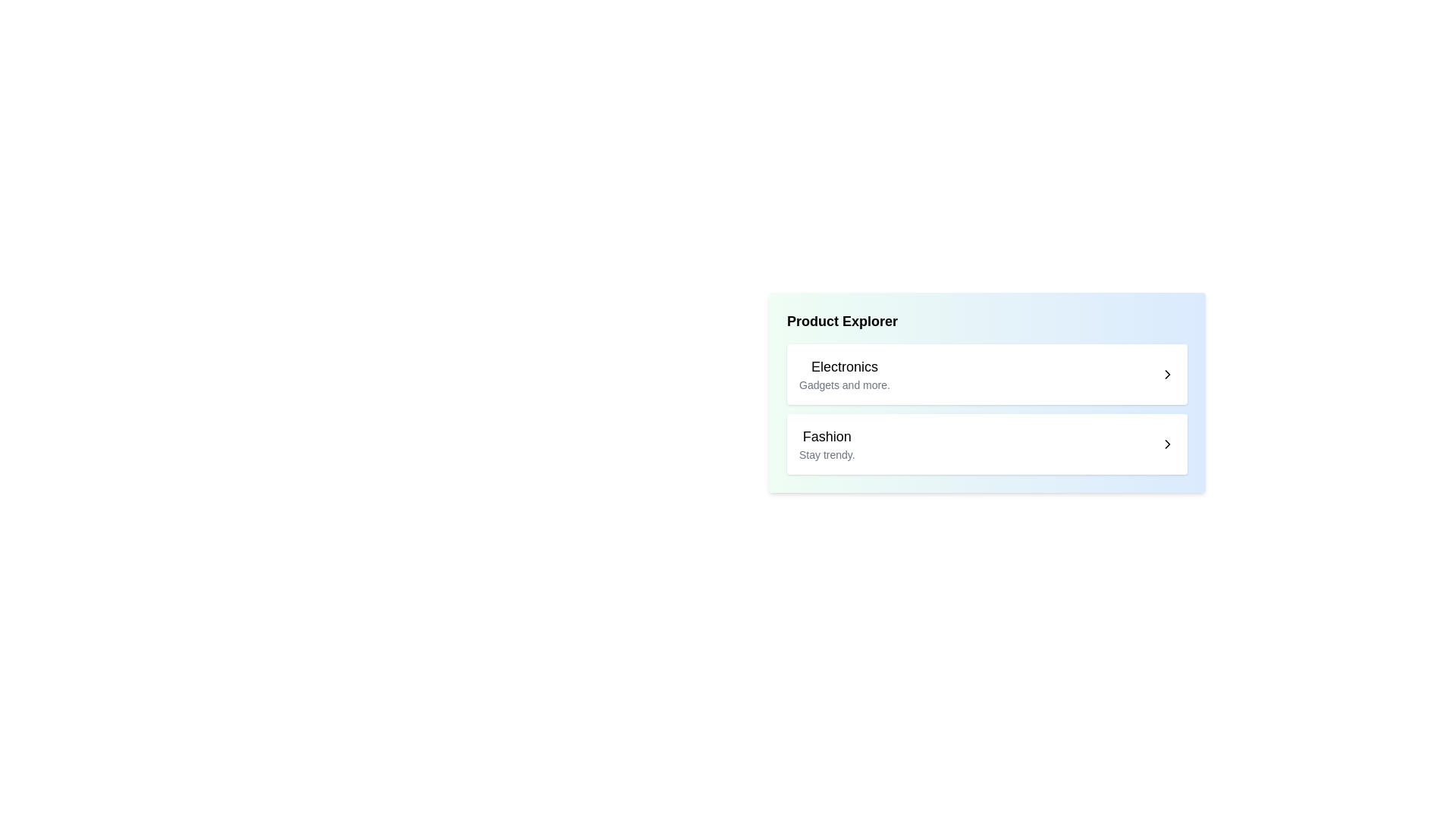 The image size is (1456, 819). What do you see at coordinates (1167, 374) in the screenshot?
I see `the right-facing chevron icon, which is a minimalistic triangular arrow located on the right edge of the first list item under 'Product Explorer'` at bounding box center [1167, 374].